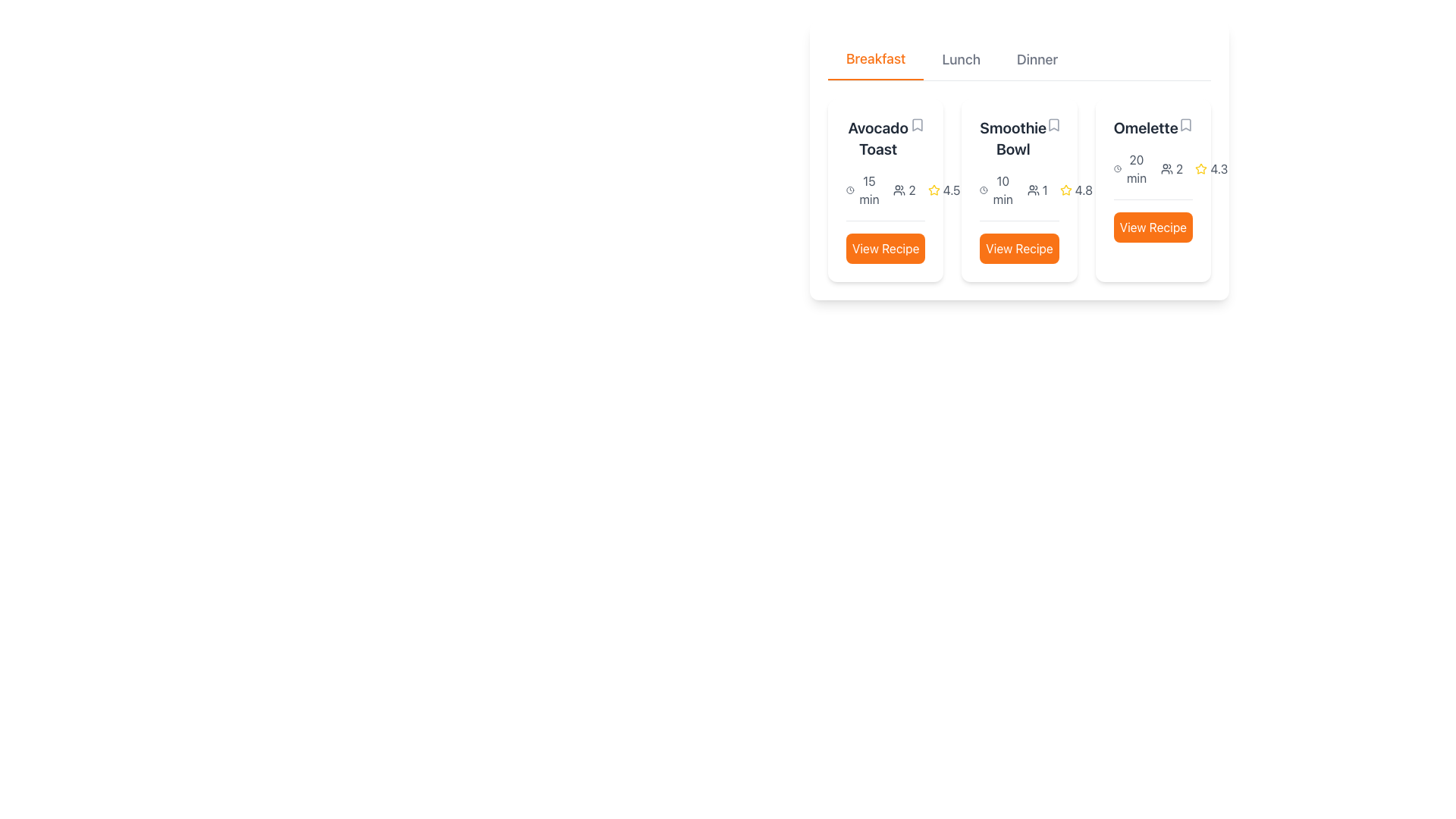 The image size is (1456, 819). Describe the element at coordinates (876, 58) in the screenshot. I see `the active 'Breakfast' tab` at that location.